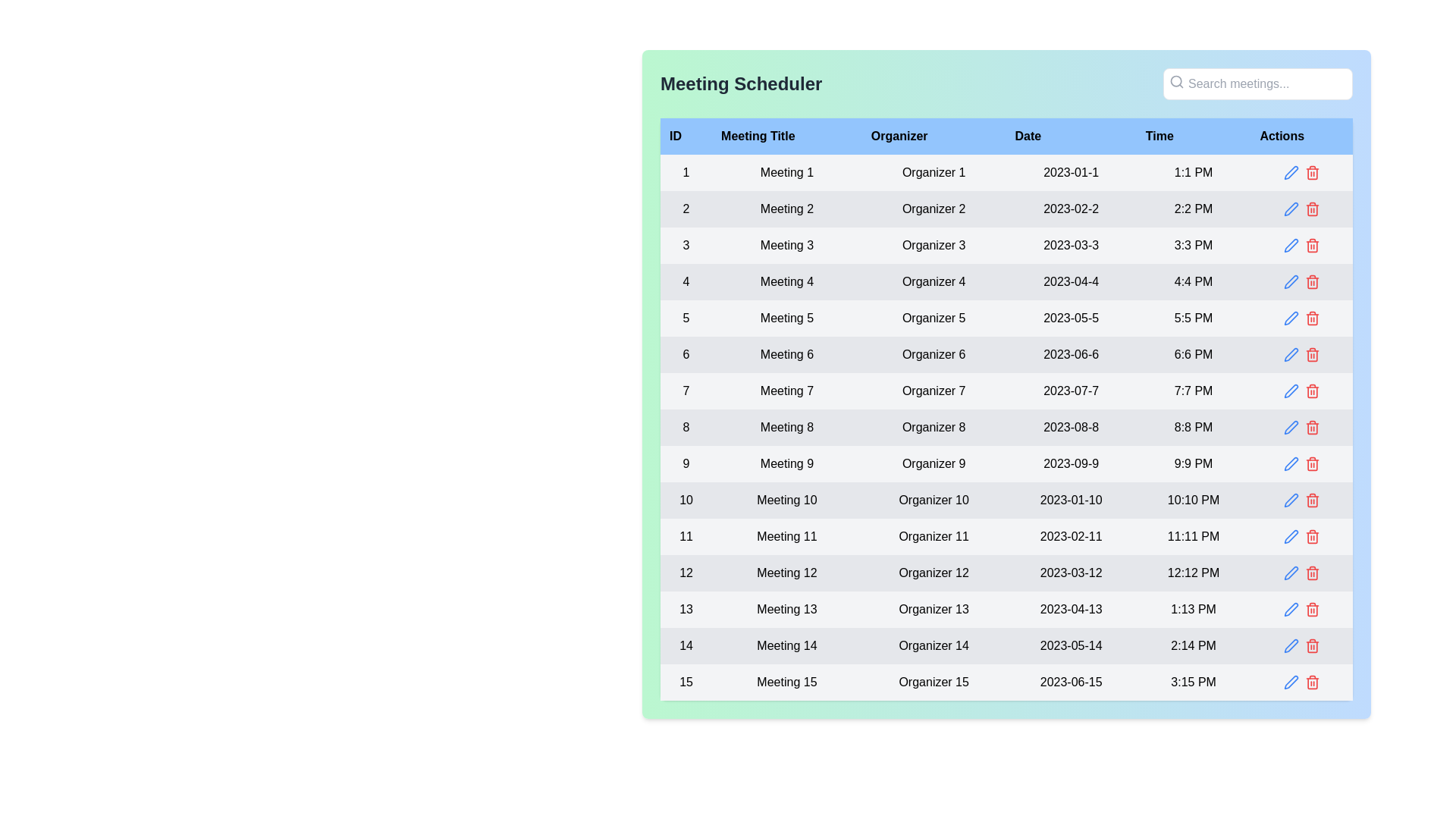 Image resolution: width=1456 pixels, height=819 pixels. I want to click on the search icon, which is a small gray magnifying glass located at the top-left corner of the input field labeled 'Search meetings...', so click(1175, 82).